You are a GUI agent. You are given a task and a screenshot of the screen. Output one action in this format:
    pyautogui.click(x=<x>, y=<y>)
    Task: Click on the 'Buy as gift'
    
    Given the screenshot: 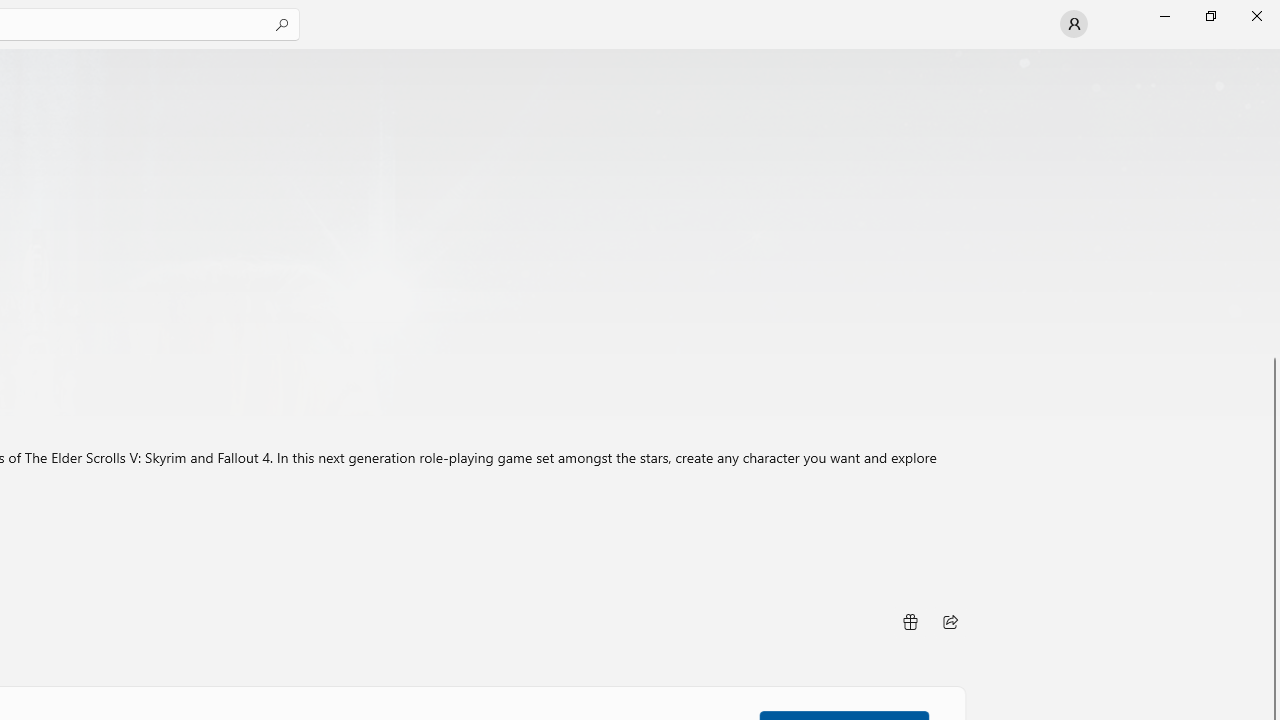 What is the action you would take?
    pyautogui.click(x=908, y=621)
    